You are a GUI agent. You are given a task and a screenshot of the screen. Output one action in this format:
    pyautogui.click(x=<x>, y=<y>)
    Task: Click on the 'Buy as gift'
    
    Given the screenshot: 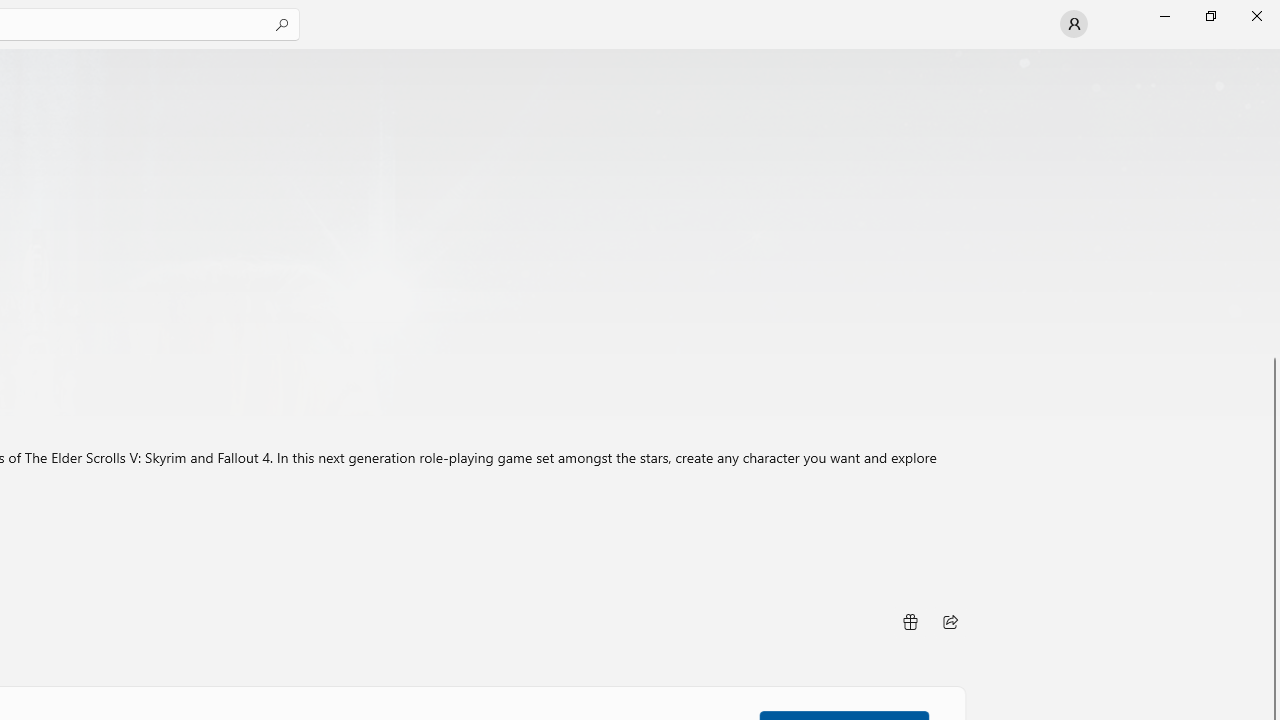 What is the action you would take?
    pyautogui.click(x=908, y=621)
    